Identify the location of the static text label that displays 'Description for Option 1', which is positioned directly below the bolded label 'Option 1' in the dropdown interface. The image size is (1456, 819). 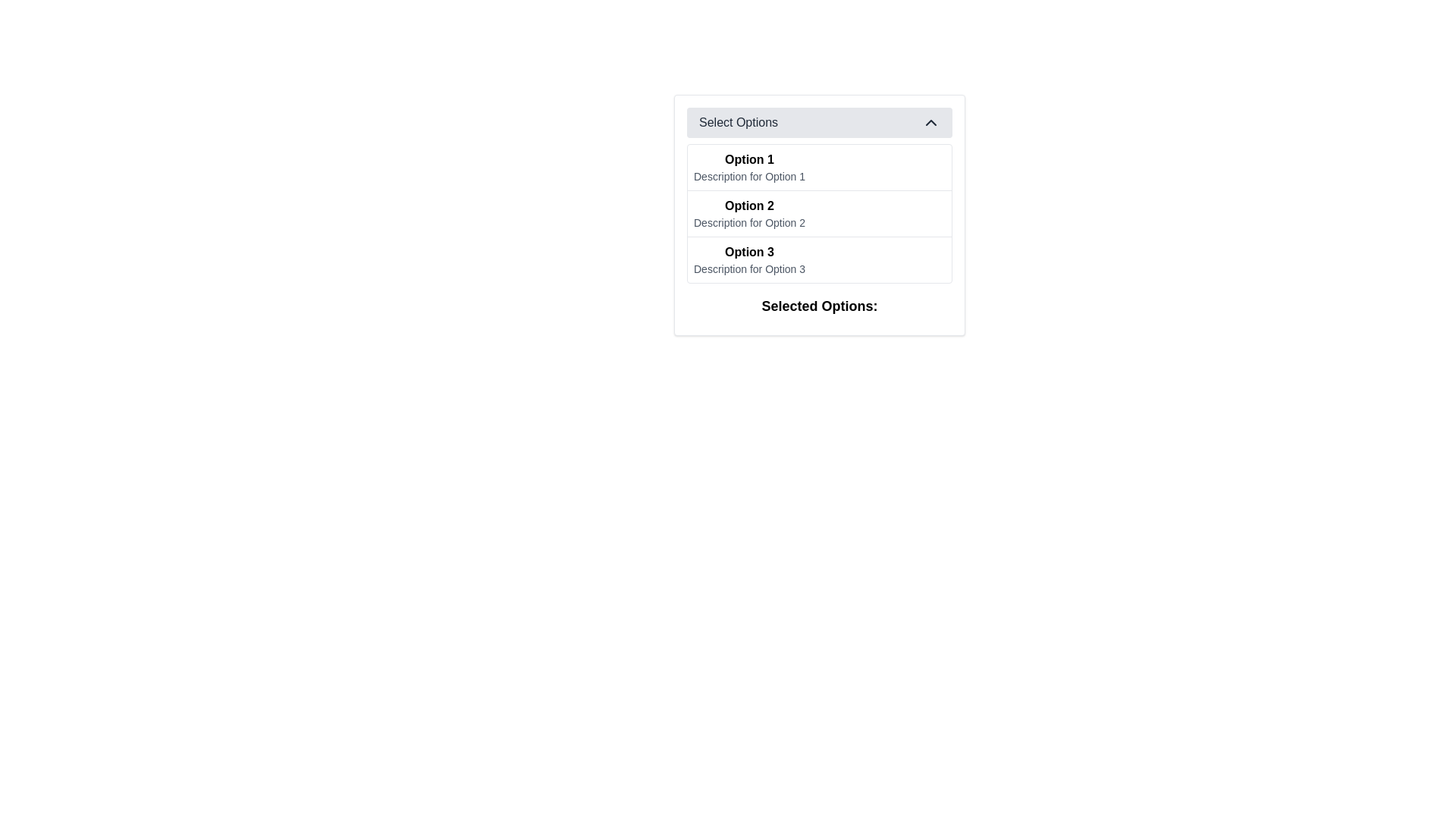
(749, 175).